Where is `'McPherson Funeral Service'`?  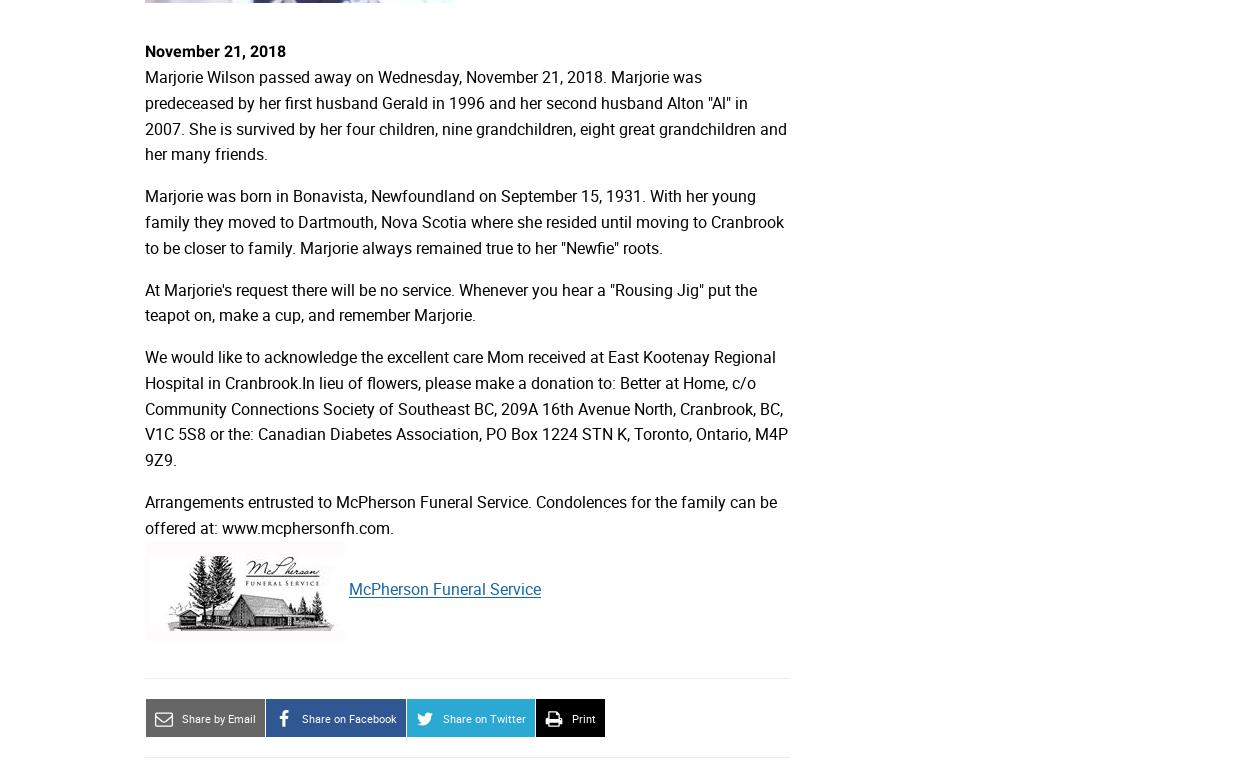 'McPherson Funeral Service' is located at coordinates (444, 589).